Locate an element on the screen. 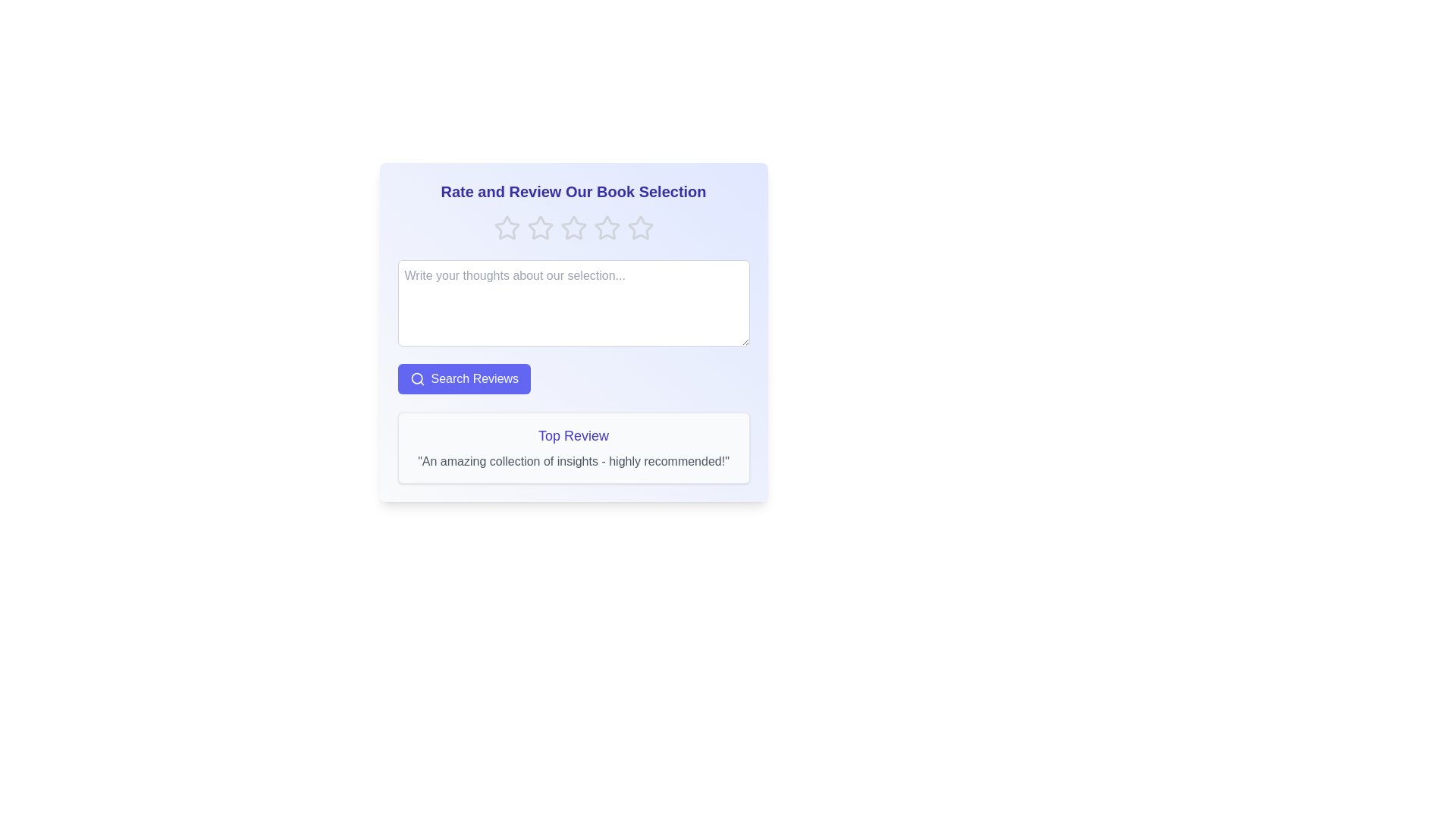 The image size is (1456, 819). the star corresponding to 2 to preview the rating is located at coordinates (540, 227).